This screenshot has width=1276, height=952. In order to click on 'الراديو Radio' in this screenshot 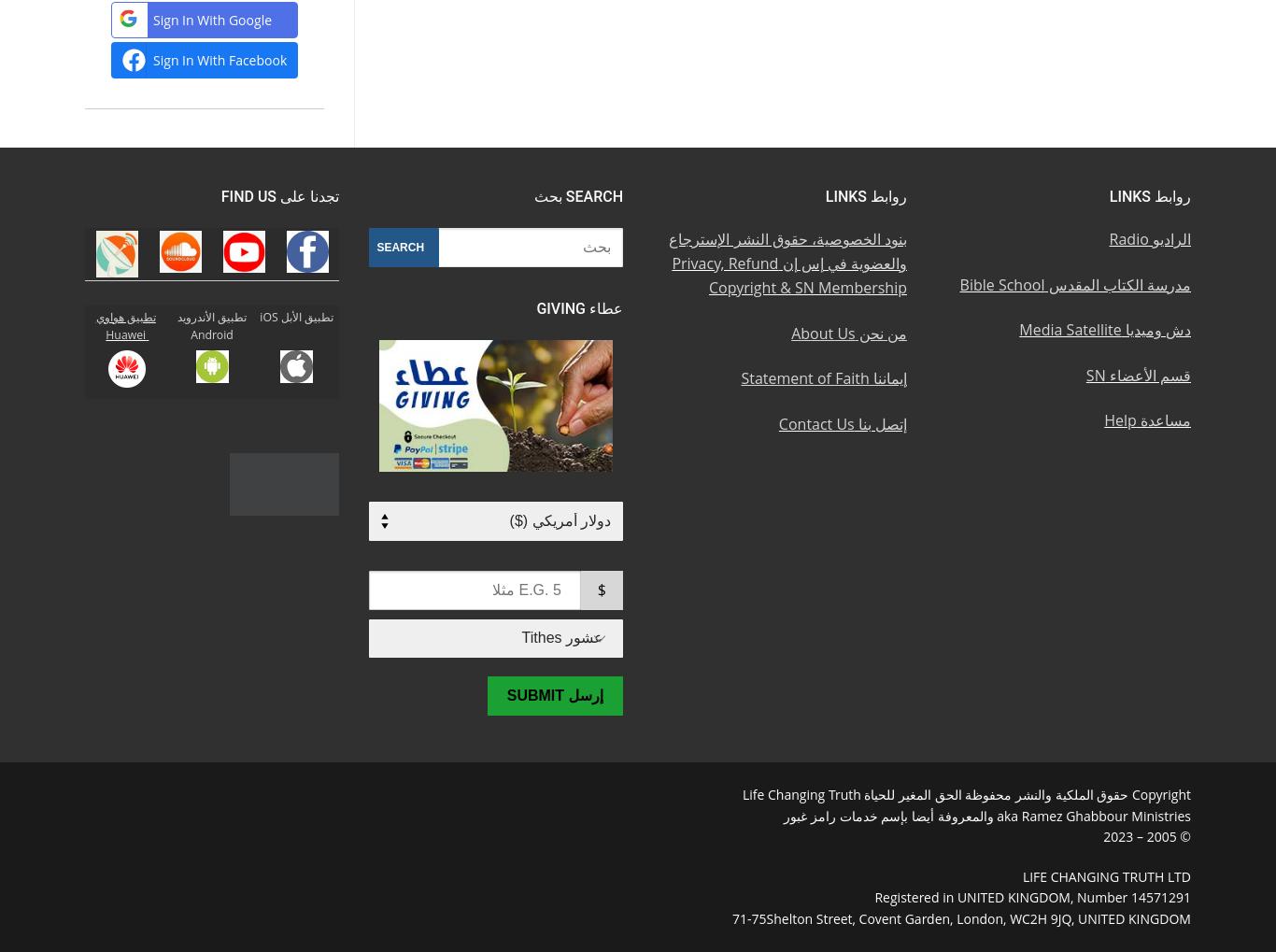, I will do `click(1150, 238)`.